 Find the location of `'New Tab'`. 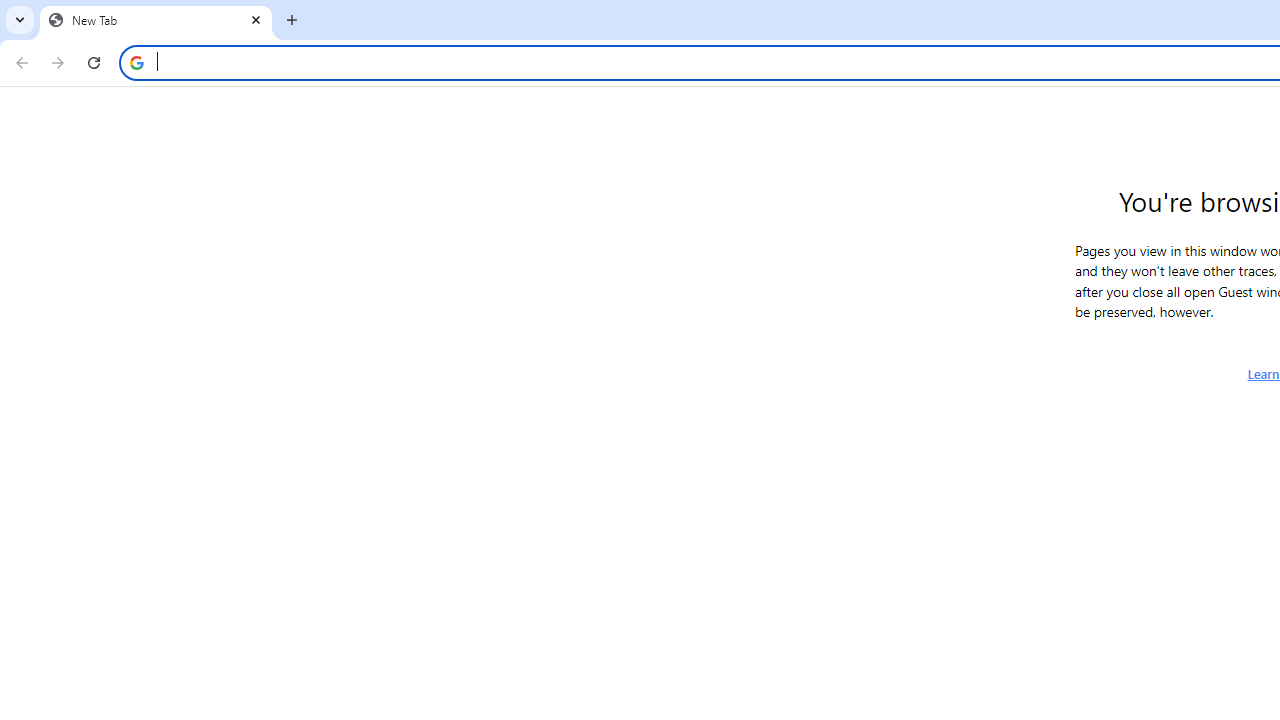

'New Tab' is located at coordinates (155, 20).